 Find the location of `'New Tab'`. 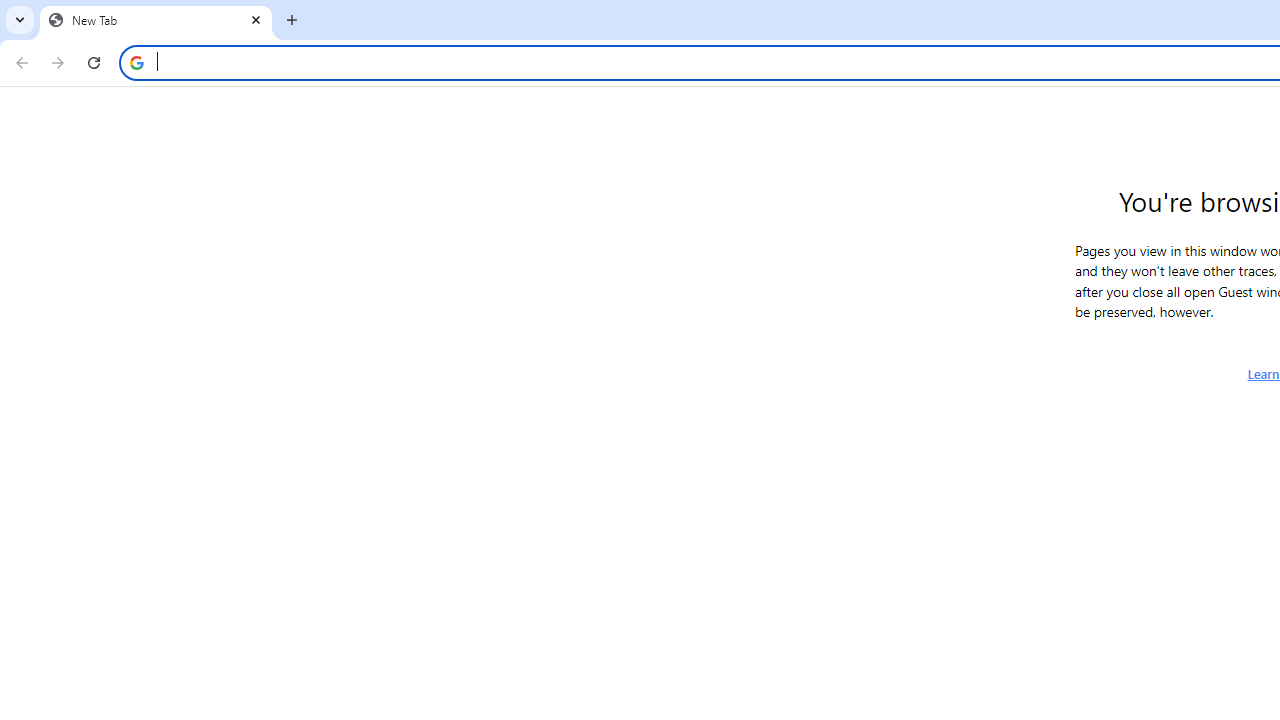

'New Tab' is located at coordinates (155, 20).